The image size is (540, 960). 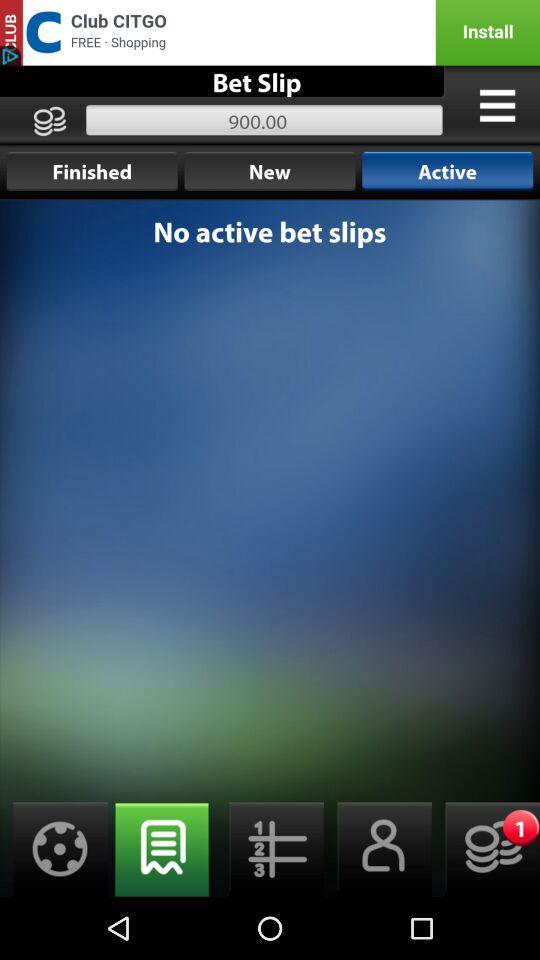 What do you see at coordinates (161, 909) in the screenshot?
I see `the chat icon` at bounding box center [161, 909].